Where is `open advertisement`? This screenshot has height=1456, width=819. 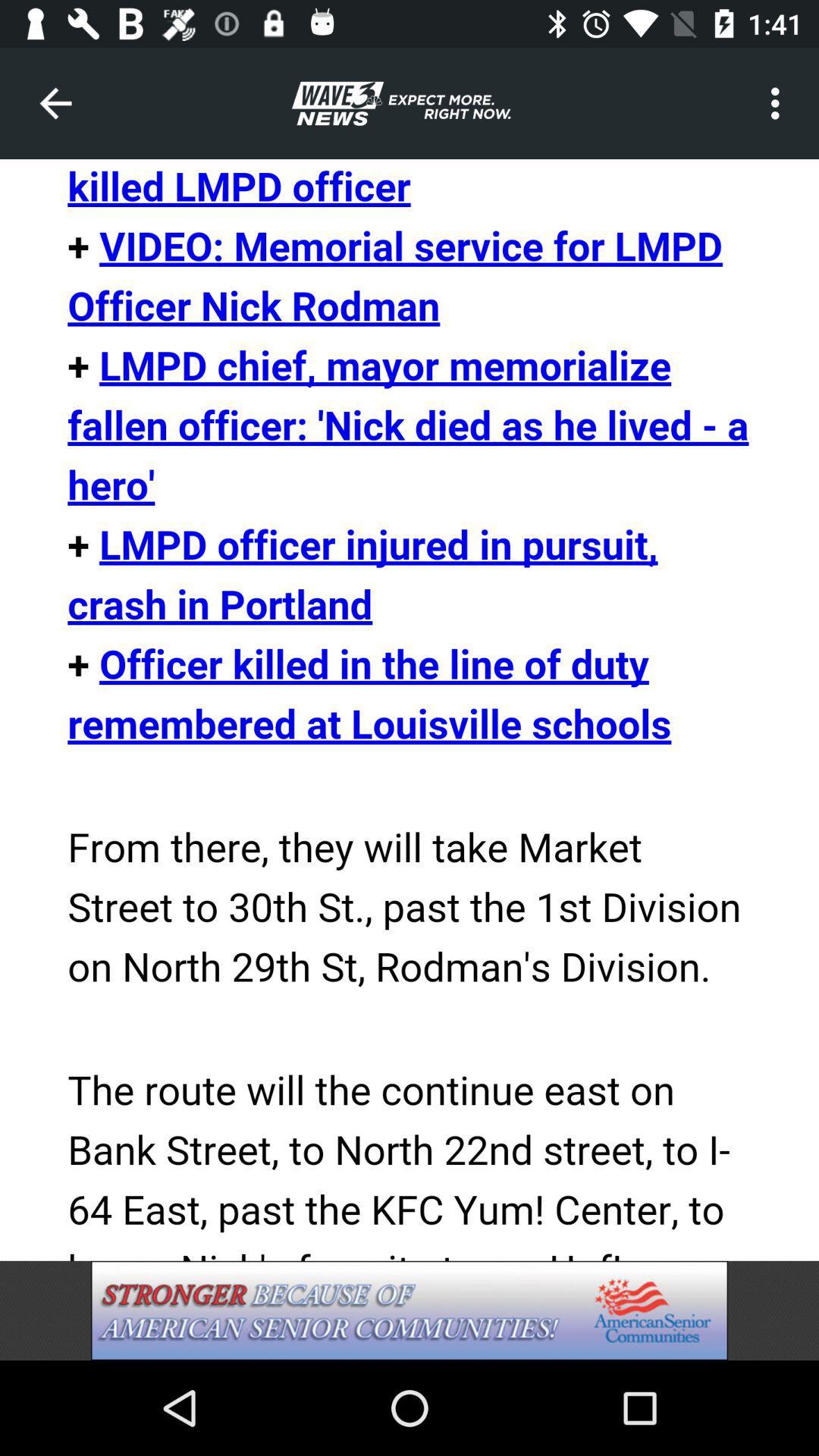
open advertisement is located at coordinates (409, 1310).